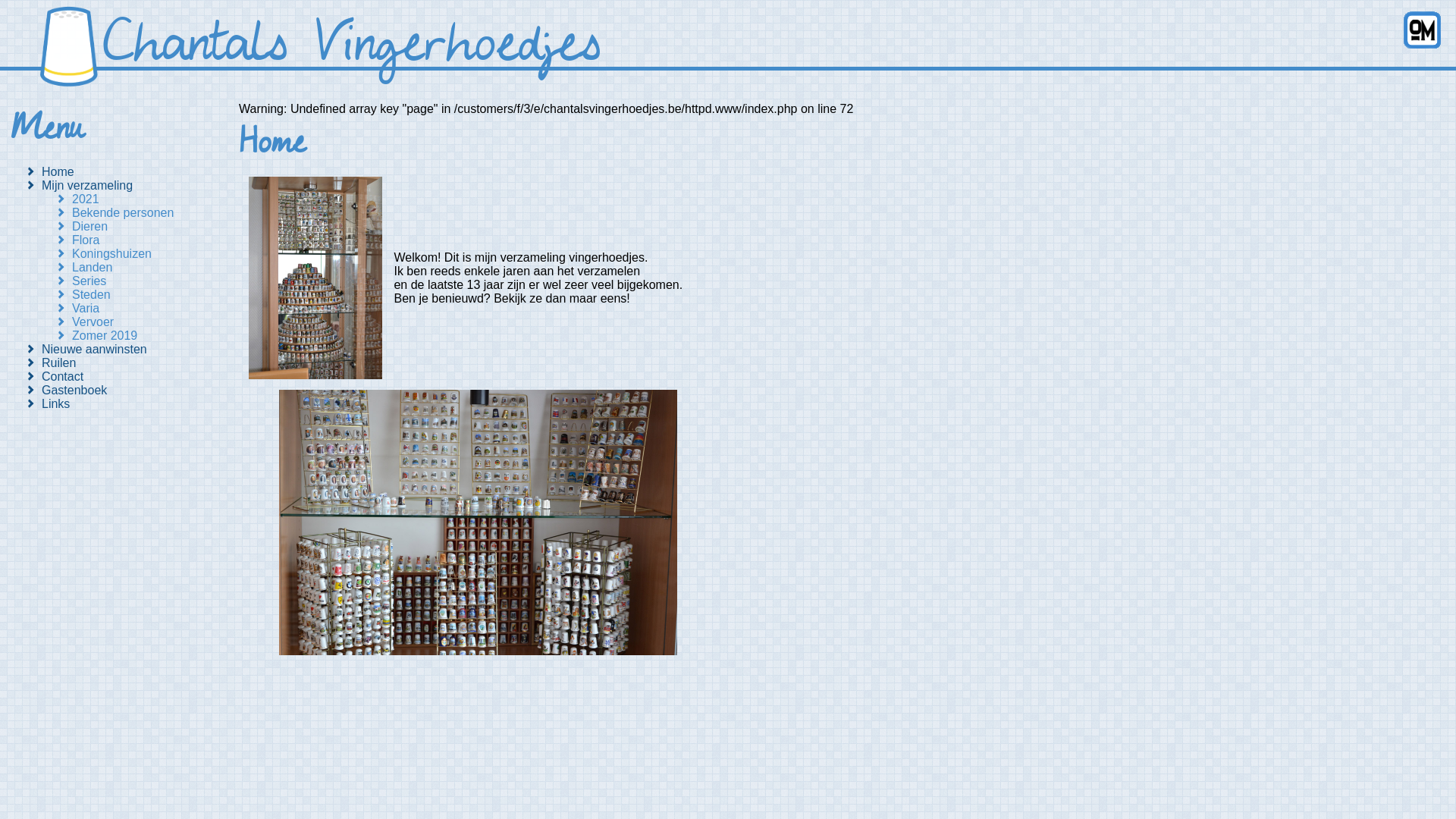  I want to click on 'Bekende personen', so click(144, 213).